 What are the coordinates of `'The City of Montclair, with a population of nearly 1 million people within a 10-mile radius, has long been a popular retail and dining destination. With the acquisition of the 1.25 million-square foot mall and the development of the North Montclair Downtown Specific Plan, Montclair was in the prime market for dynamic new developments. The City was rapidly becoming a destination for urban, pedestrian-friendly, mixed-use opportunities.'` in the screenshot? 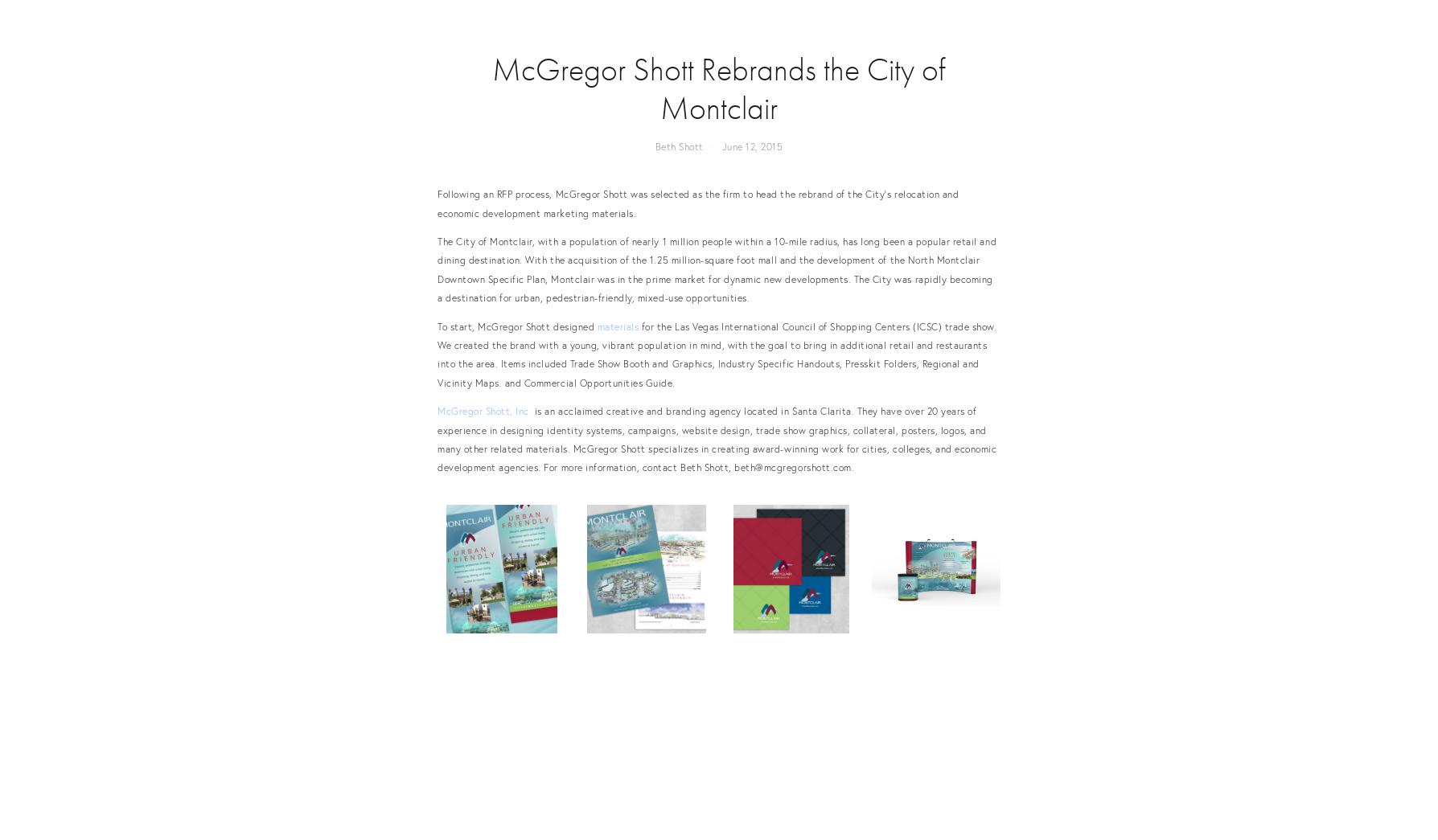 It's located at (716, 269).